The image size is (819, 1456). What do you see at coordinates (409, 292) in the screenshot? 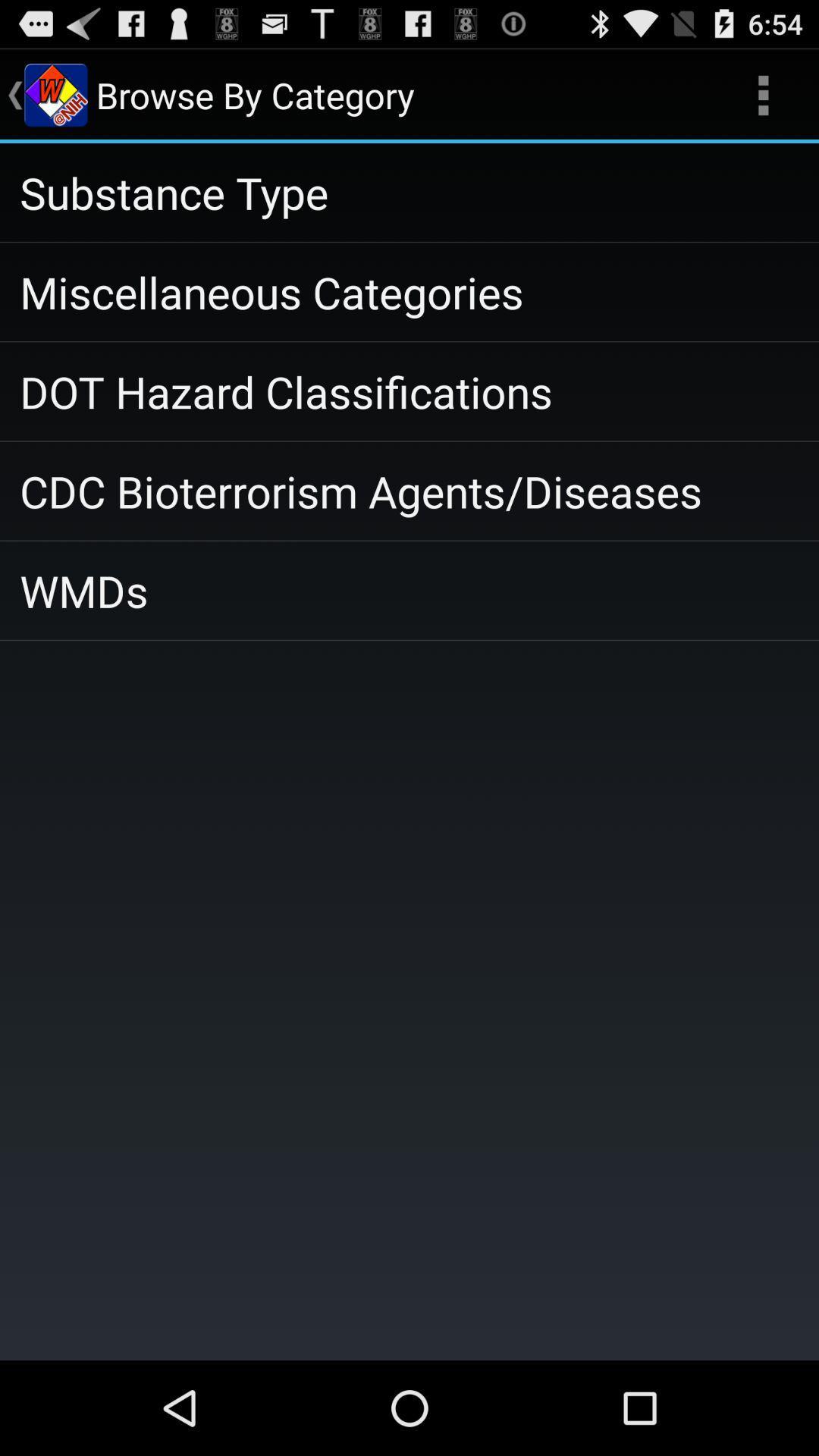
I see `the icon below the substance type icon` at bounding box center [409, 292].